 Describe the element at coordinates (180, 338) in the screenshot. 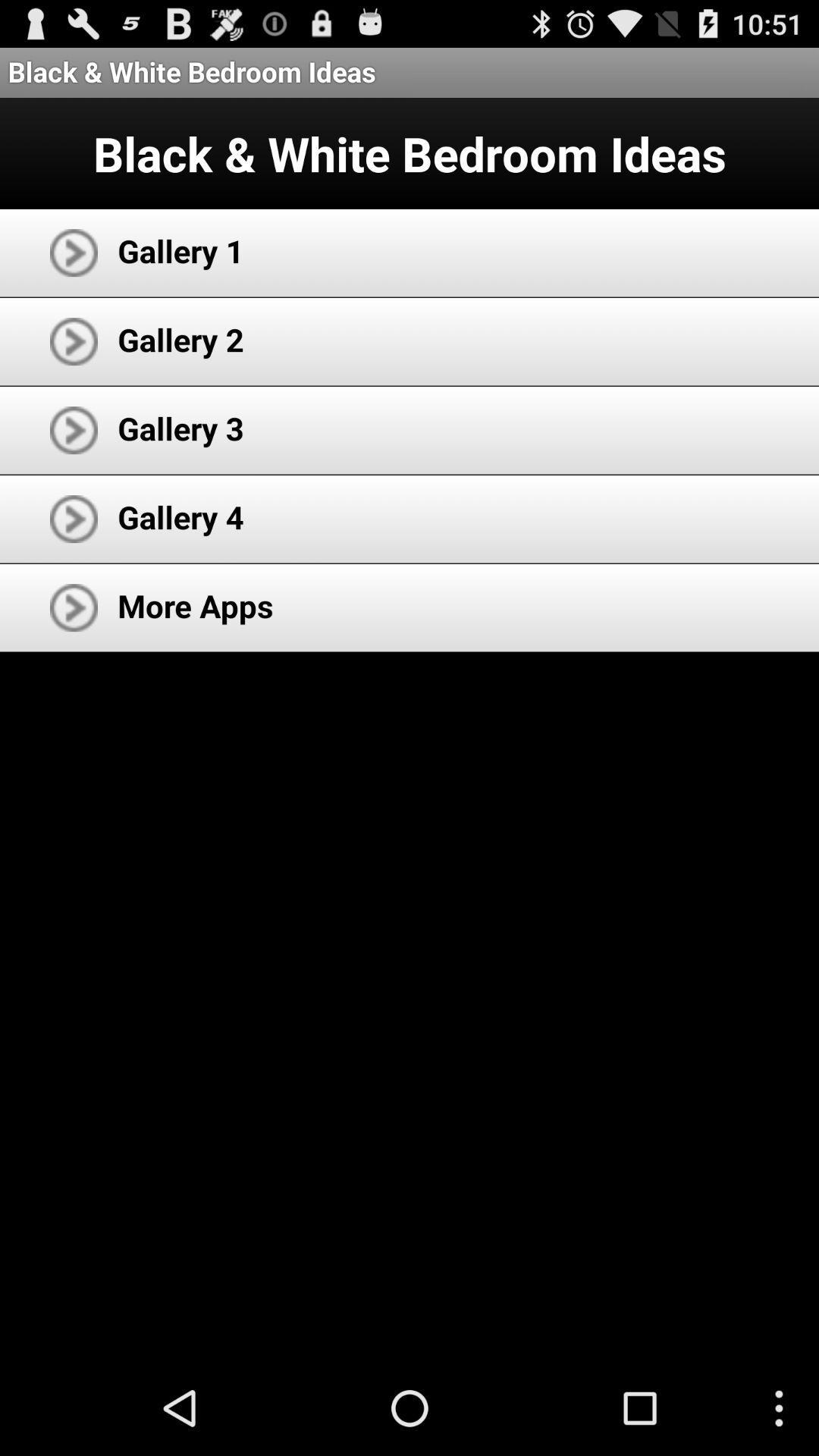

I see `the app above the gallery 3 app` at that location.